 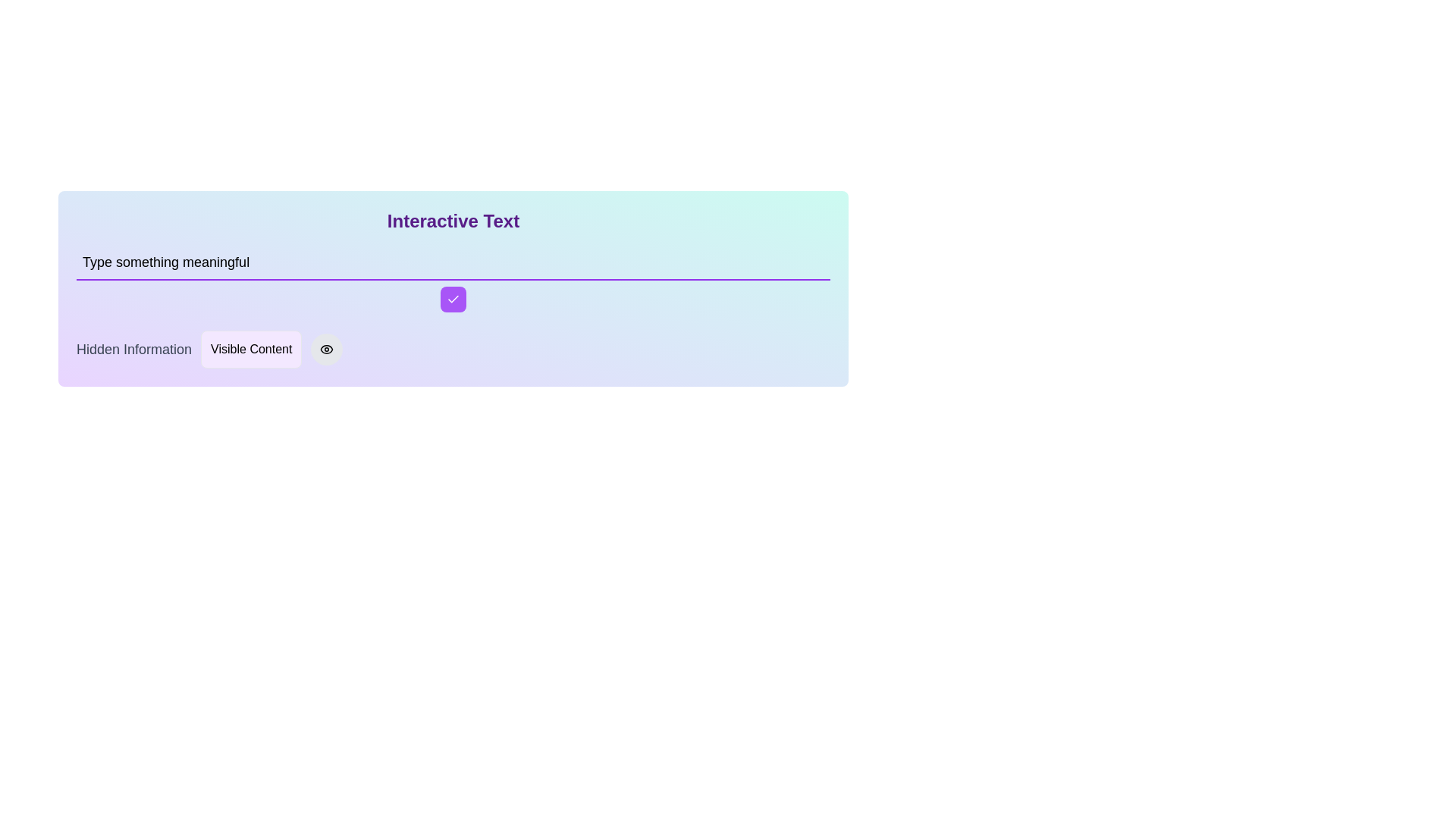 I want to click on the visibility toggle button, so click(x=326, y=350).